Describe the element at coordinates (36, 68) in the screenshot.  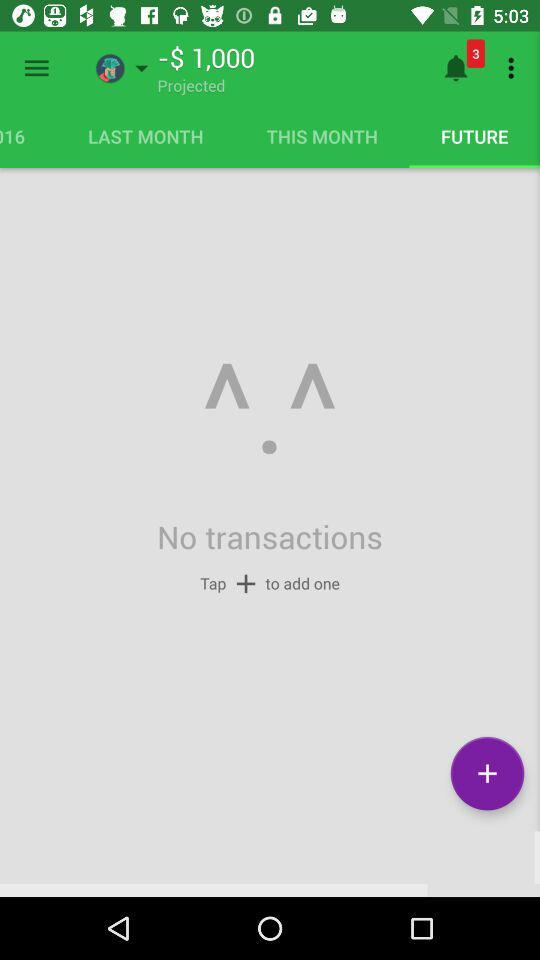
I see `menu` at that location.